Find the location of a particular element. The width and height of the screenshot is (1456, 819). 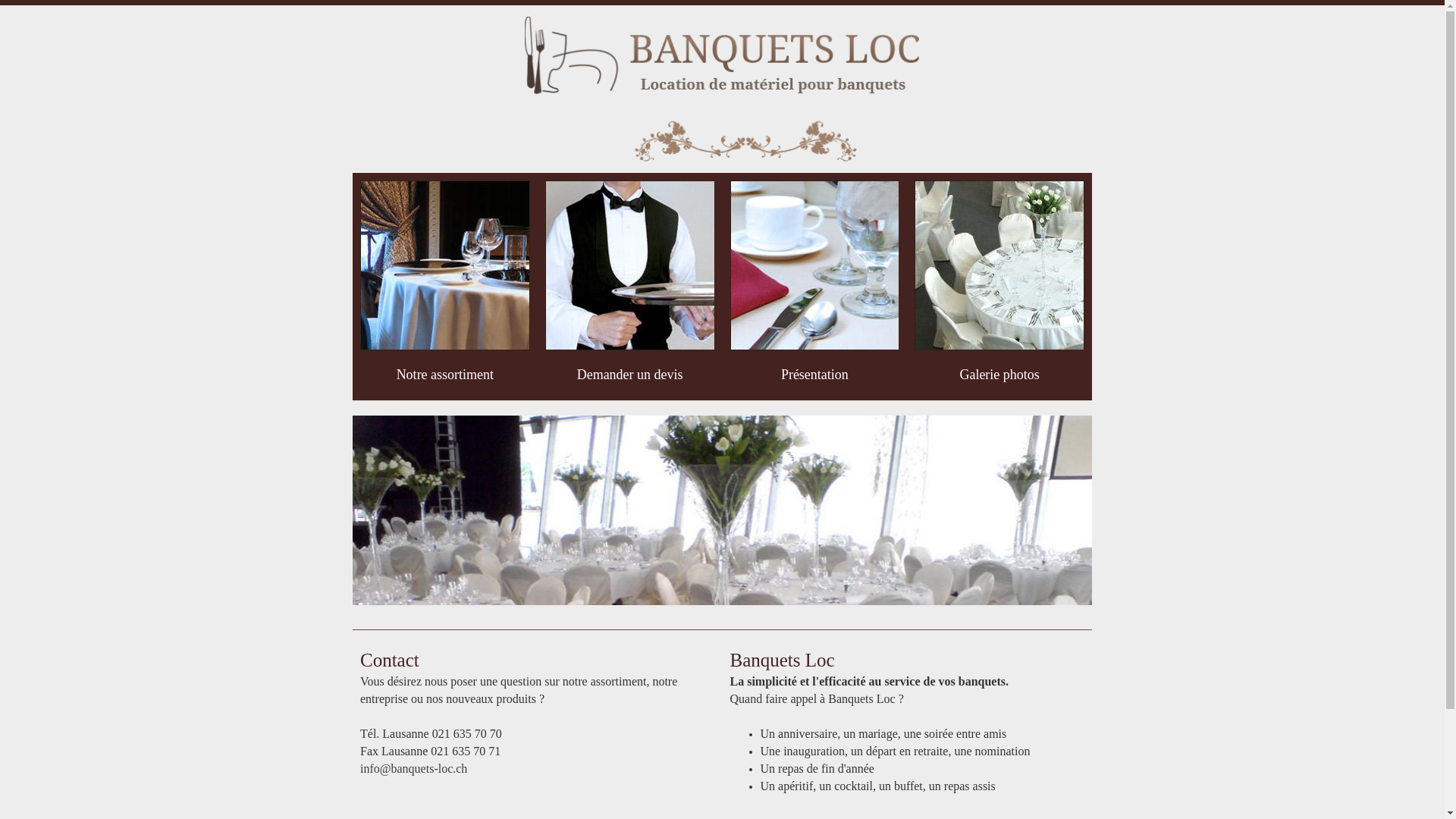

'info@banquets-loc.ch' is located at coordinates (413, 768).